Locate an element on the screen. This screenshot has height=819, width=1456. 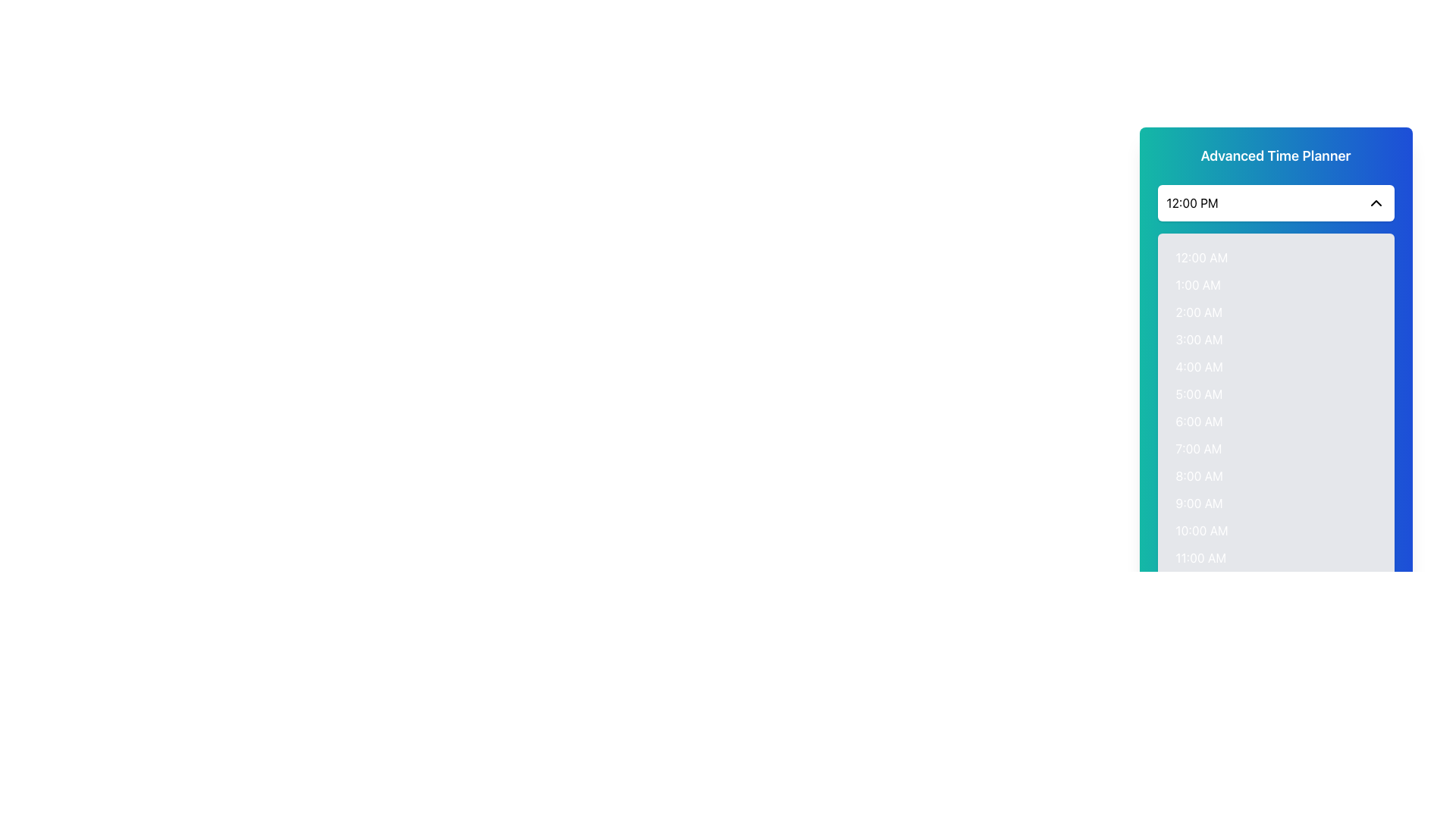
the '8:00 AM' selectable time option button within the dropdown list is located at coordinates (1275, 475).